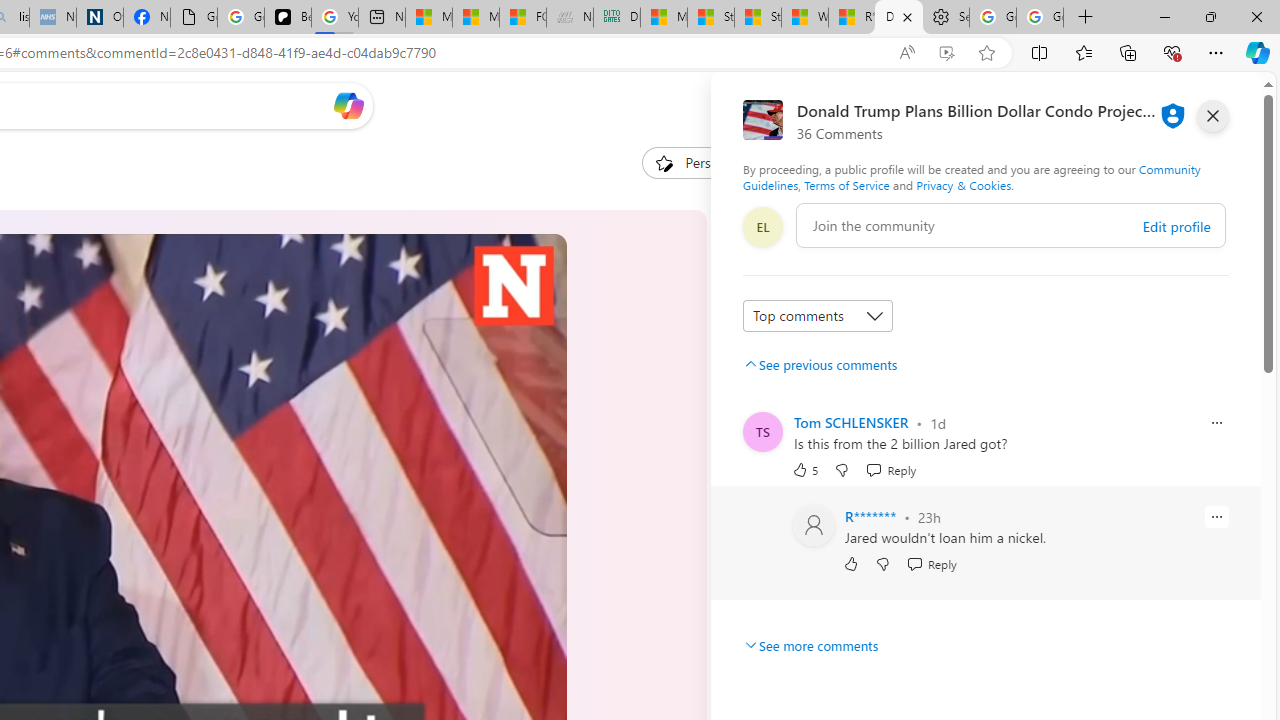 The width and height of the screenshot is (1280, 720). What do you see at coordinates (194, 17) in the screenshot?
I see `'Google Analytics Opt-out Browser Add-on Download Page'` at bounding box center [194, 17].